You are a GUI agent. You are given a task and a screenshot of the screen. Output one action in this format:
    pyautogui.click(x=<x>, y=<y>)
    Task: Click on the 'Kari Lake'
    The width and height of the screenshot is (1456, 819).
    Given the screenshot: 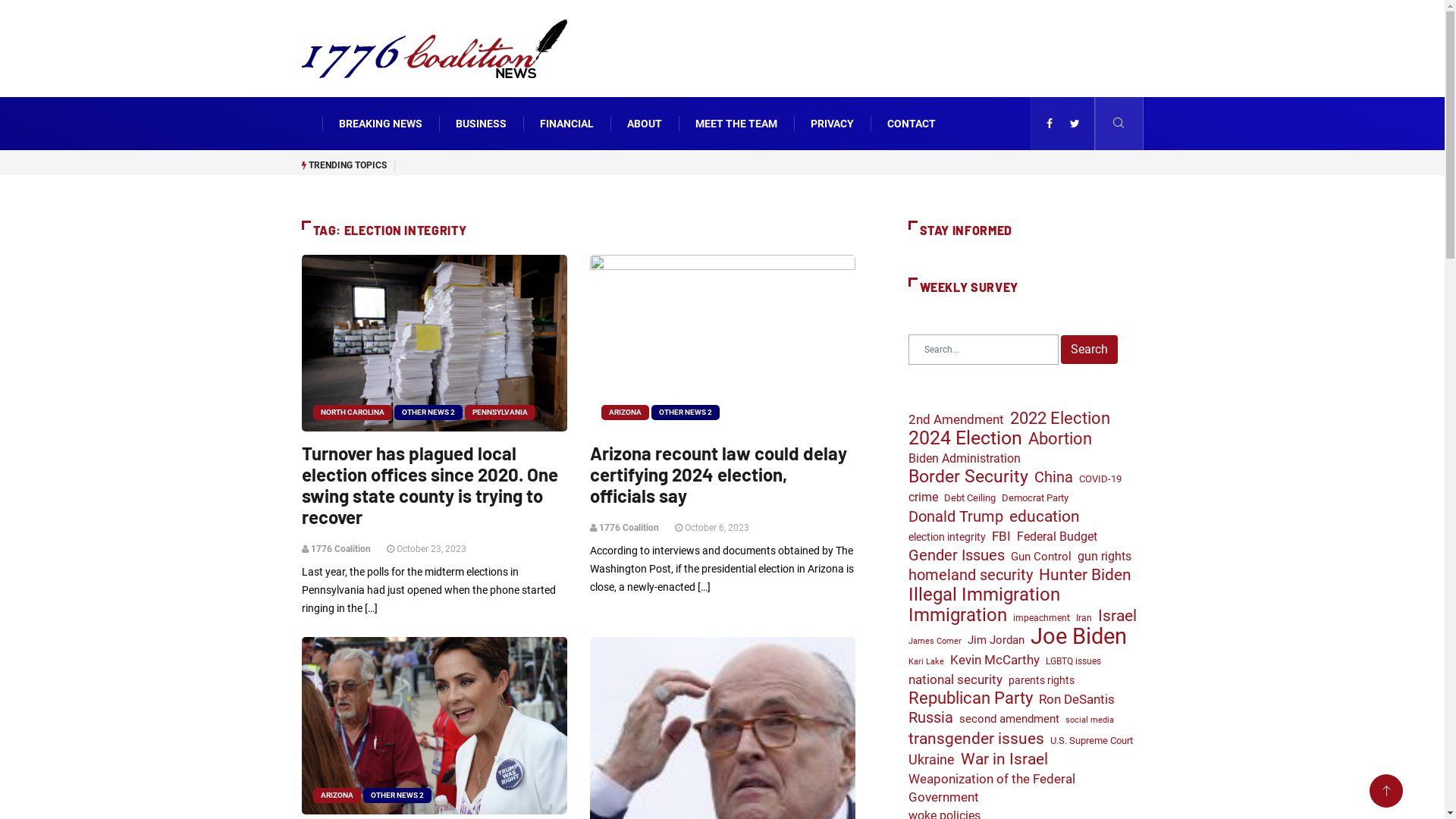 What is the action you would take?
    pyautogui.click(x=925, y=661)
    